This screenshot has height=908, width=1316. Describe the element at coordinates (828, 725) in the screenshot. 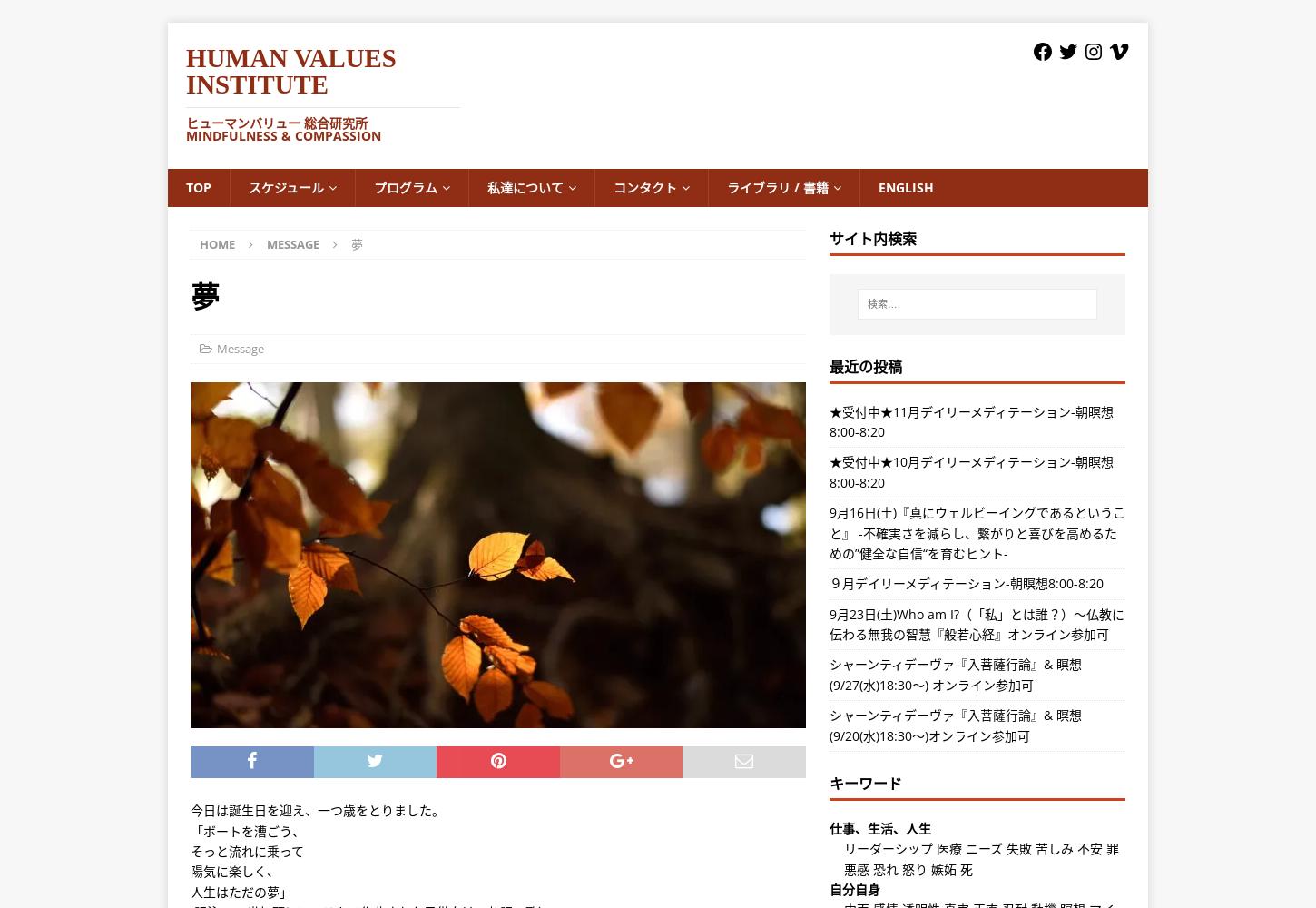

I see `'シャーンティデーヴァ『入菩薩行論』& 瞑想(9/20(水)18:30〜)オンライン参加可'` at that location.